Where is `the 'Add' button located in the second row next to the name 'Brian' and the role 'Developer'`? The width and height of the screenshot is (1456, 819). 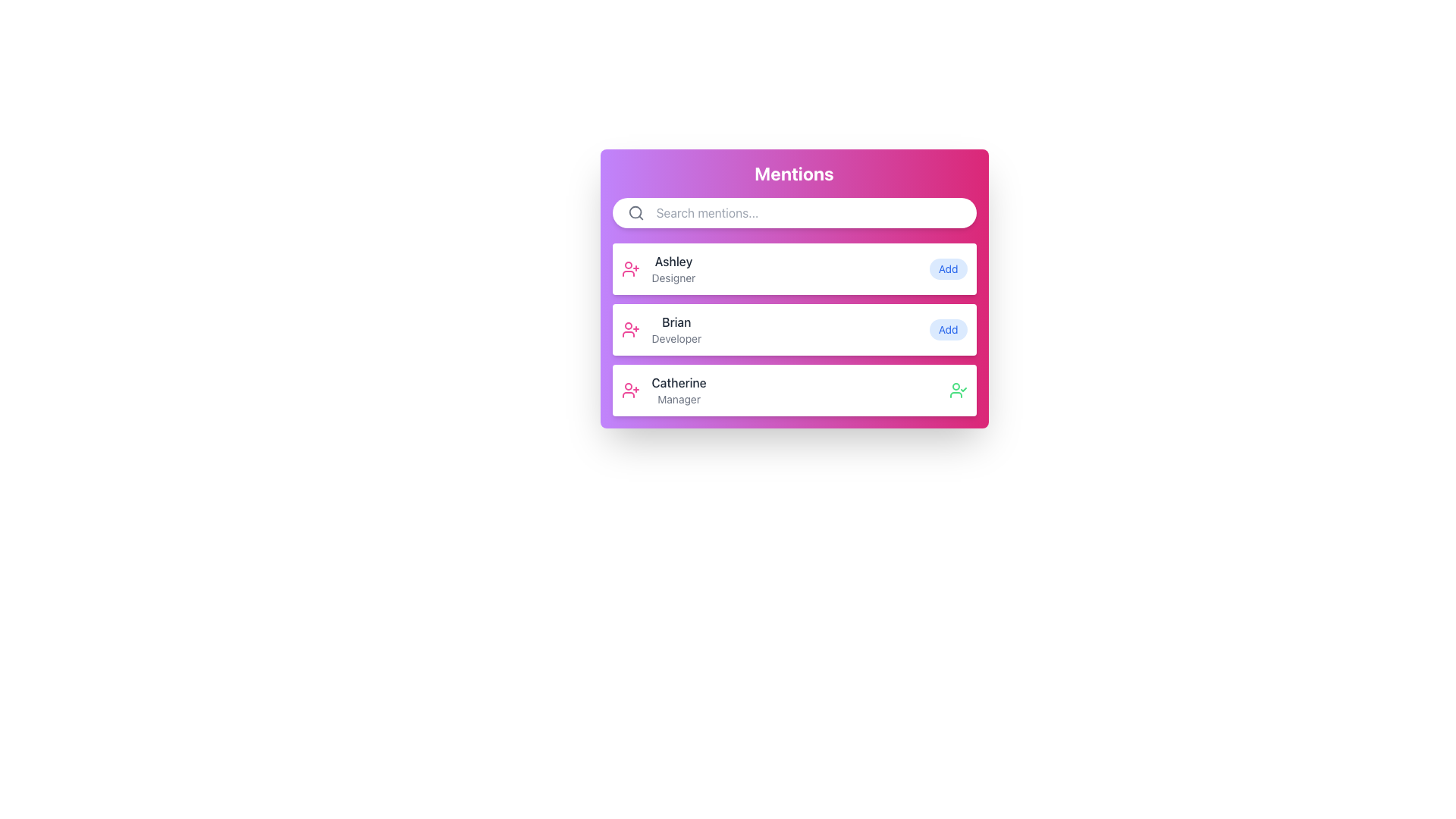 the 'Add' button located in the second row next to the name 'Brian' and the role 'Developer' is located at coordinates (947, 329).